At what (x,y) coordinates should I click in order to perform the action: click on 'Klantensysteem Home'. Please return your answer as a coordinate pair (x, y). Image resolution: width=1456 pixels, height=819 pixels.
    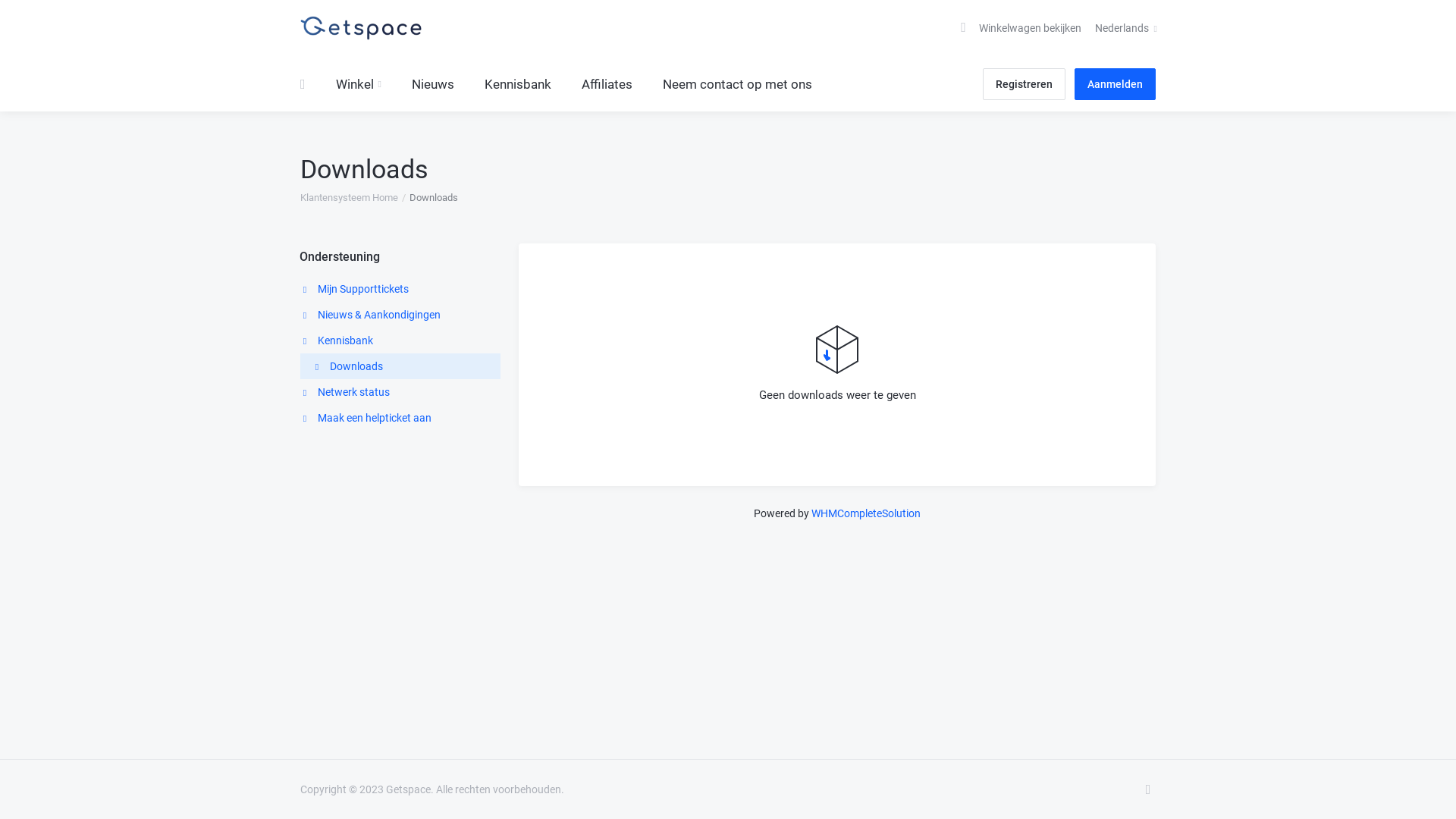
    Looking at the image, I should click on (300, 197).